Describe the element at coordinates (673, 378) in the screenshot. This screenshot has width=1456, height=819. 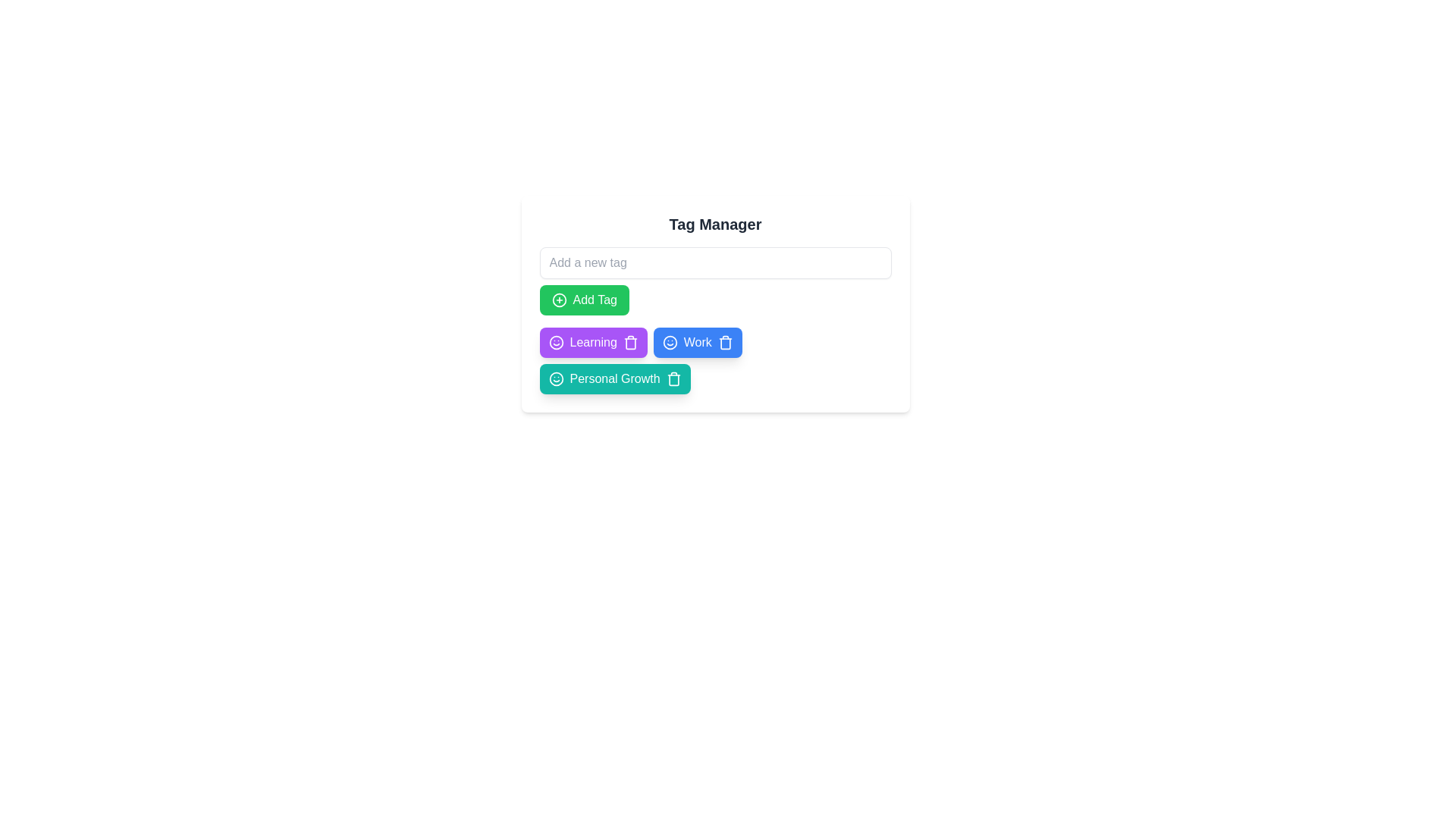
I see `trash icon of the tag labeled Personal Growth to delete it` at that location.